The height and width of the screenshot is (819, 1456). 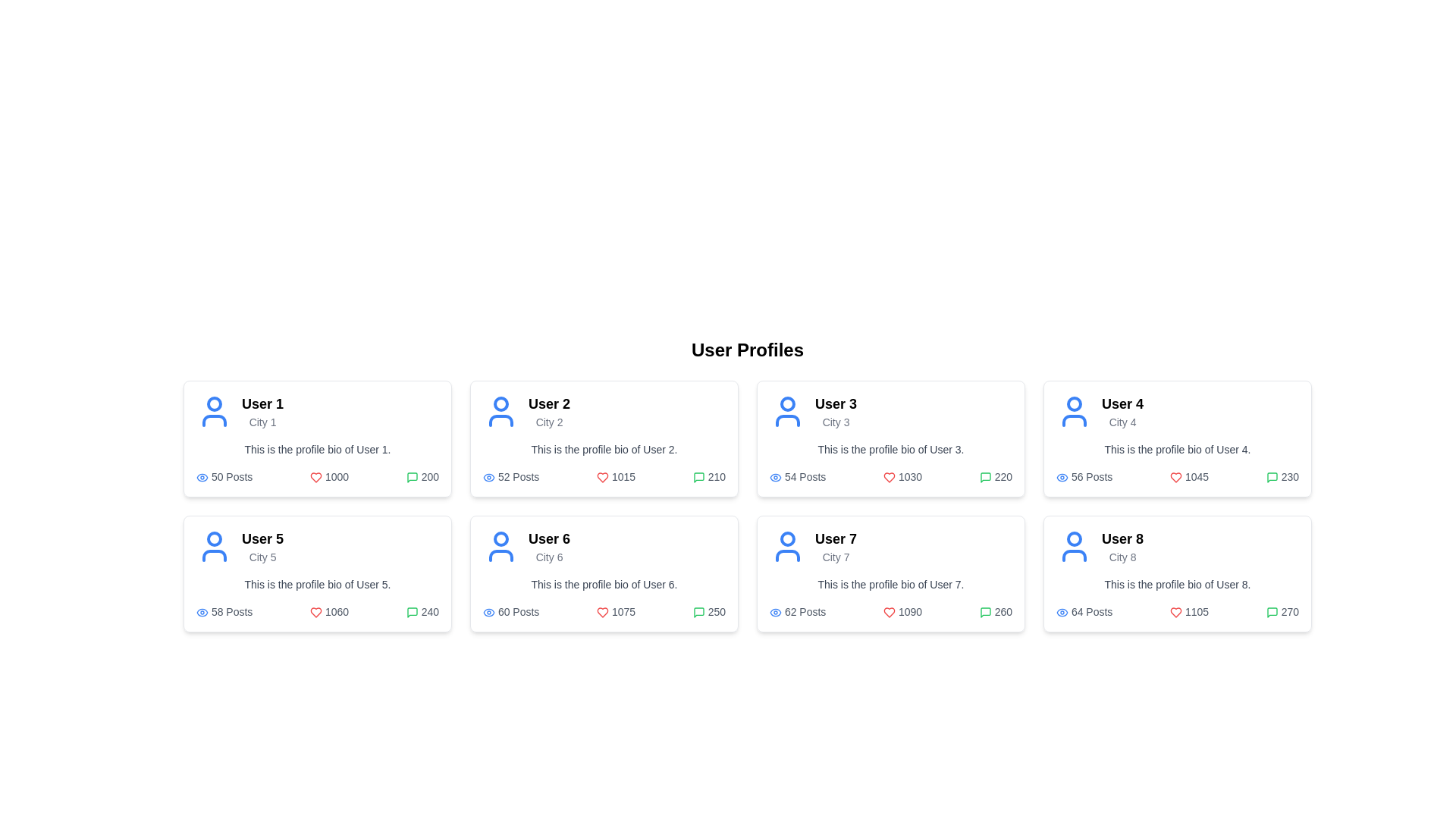 What do you see at coordinates (603, 475) in the screenshot?
I see `the user statistics summary element displaying '52 Posts', '1015', and '210' counts with associated icons, located at the bottom of the card for 'User 2'` at bounding box center [603, 475].